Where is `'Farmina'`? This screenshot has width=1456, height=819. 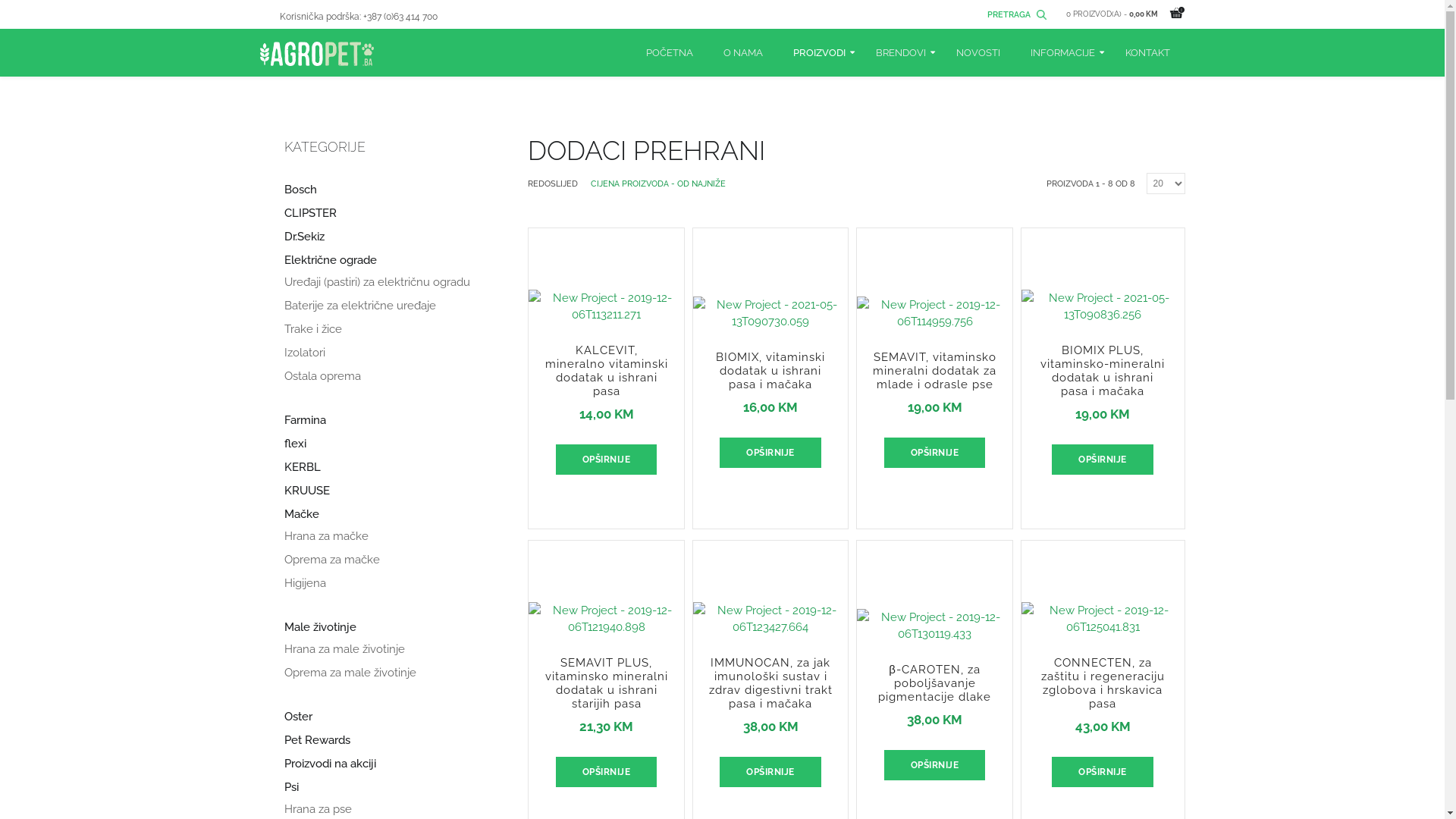 'Farmina' is located at coordinates (303, 420).